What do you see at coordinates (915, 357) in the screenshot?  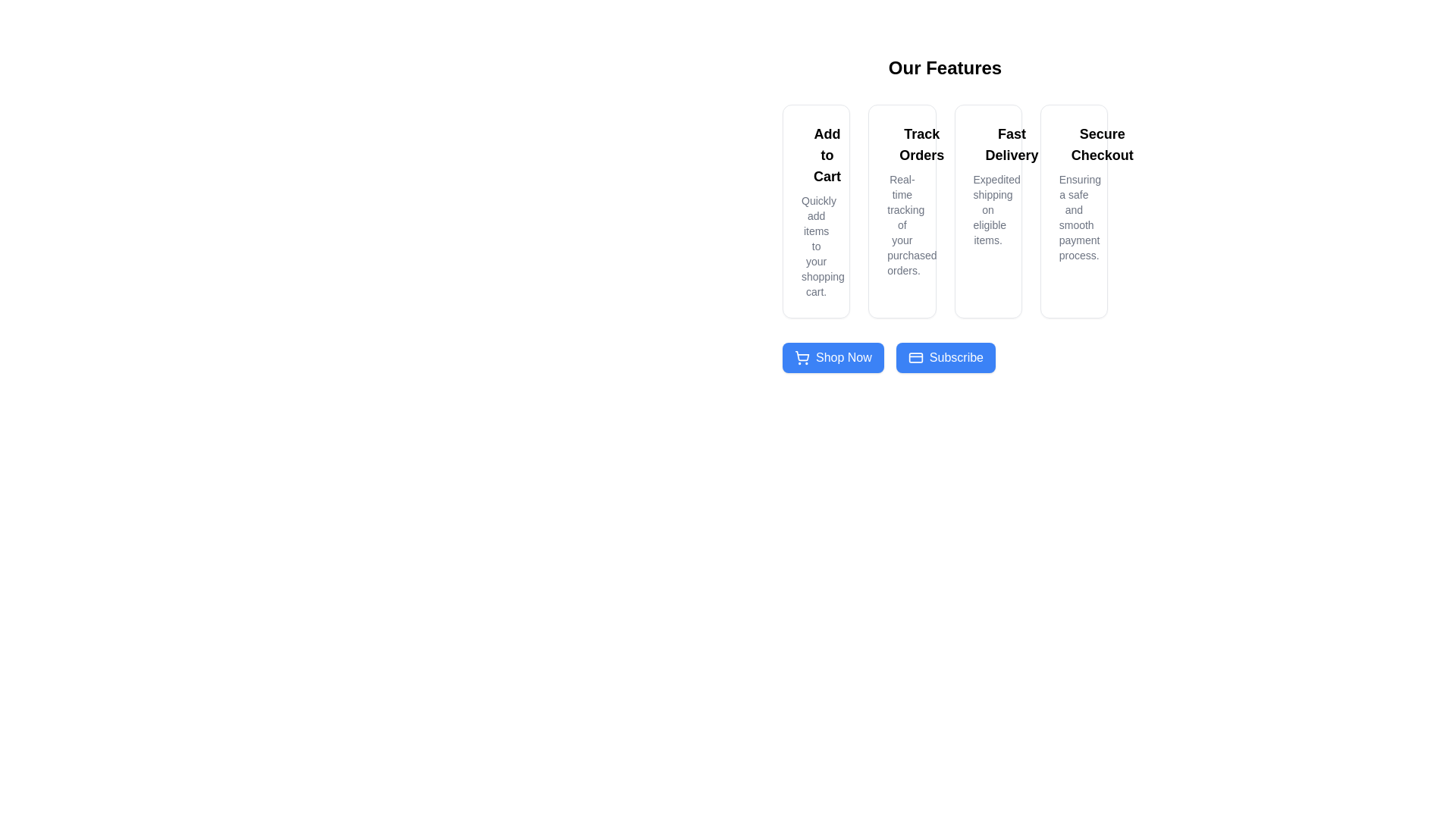 I see `the decorative rectangle within the credit card icon of the 'Subscribe' button located at the bottom center of the interface` at bounding box center [915, 357].